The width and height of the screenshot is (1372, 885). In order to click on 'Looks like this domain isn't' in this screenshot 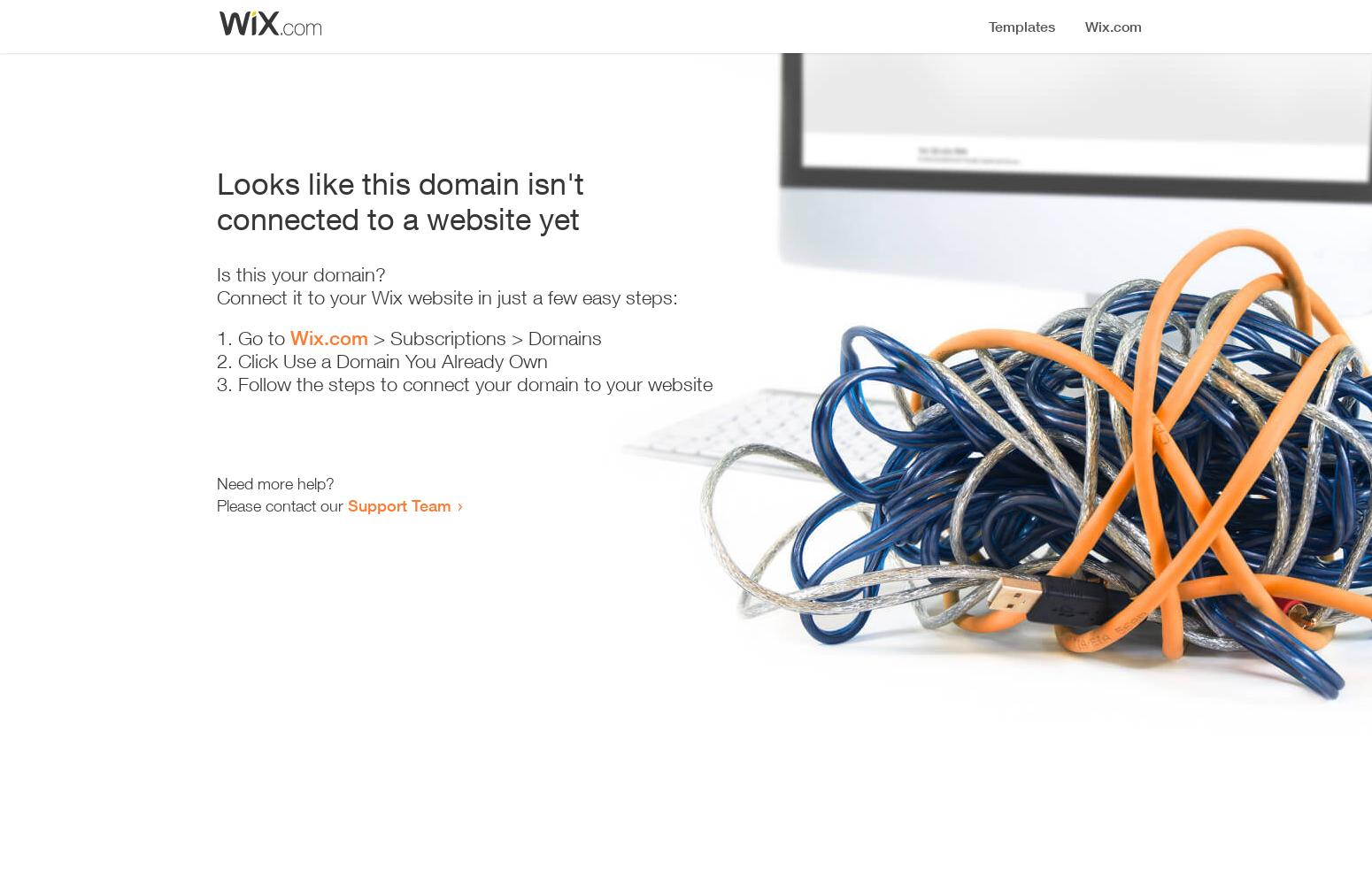, I will do `click(400, 182)`.